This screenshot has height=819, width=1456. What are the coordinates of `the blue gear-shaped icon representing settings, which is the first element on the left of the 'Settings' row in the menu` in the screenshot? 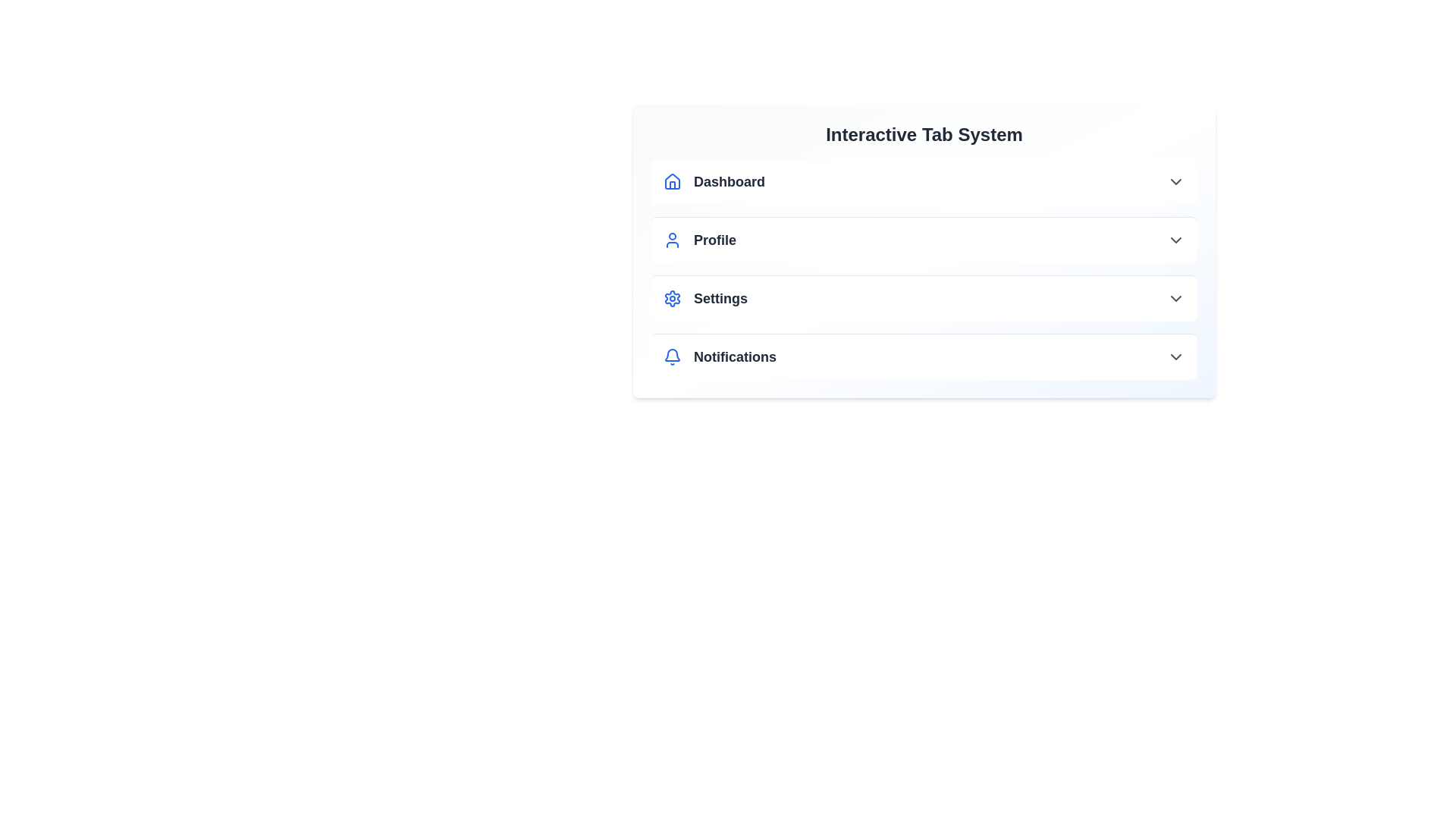 It's located at (672, 298).